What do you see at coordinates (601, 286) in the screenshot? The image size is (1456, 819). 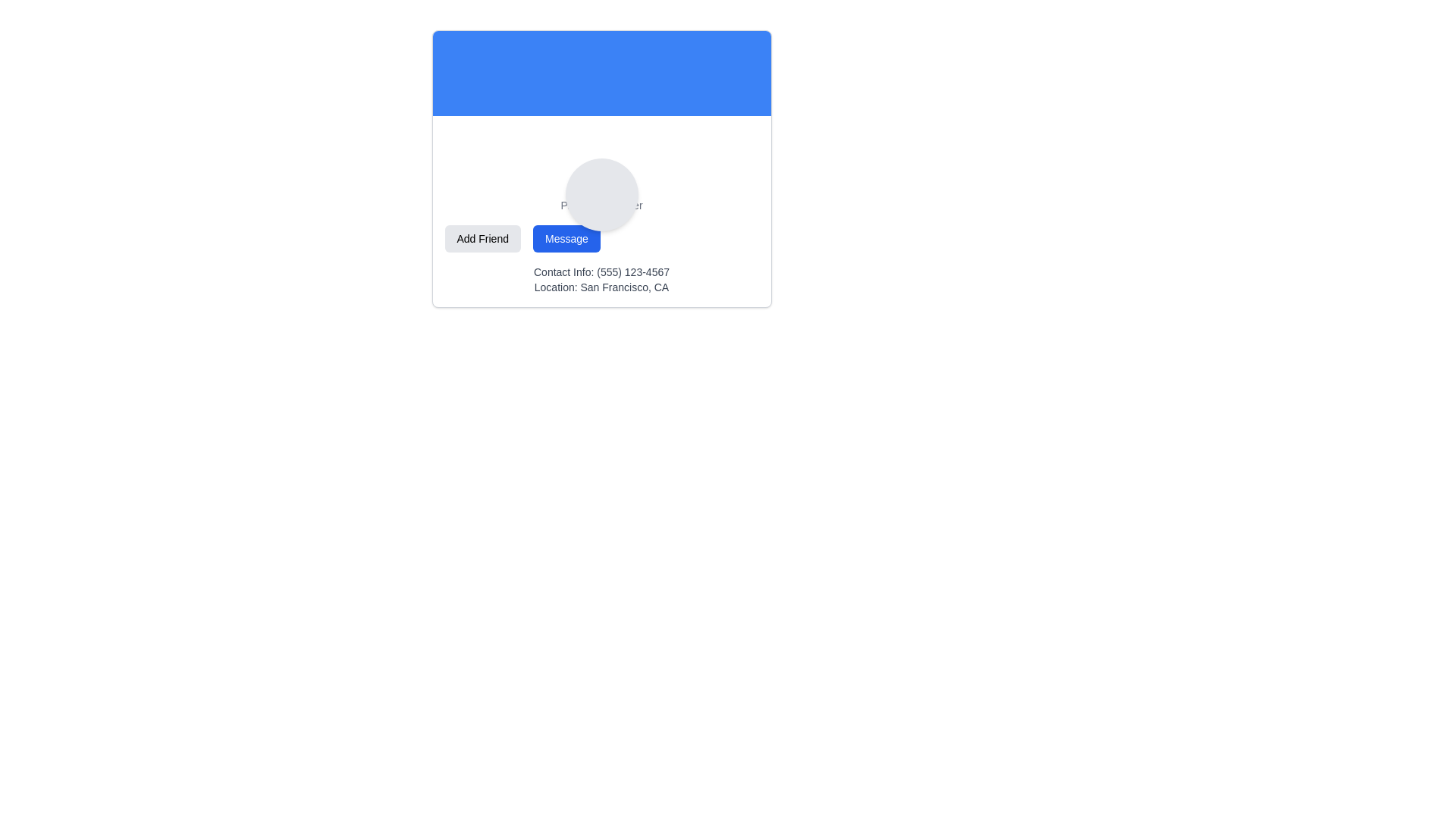 I see `the static text display presenting contact details located at the bottom of the card, below the 'Add Friend' and 'Message' buttons` at bounding box center [601, 286].